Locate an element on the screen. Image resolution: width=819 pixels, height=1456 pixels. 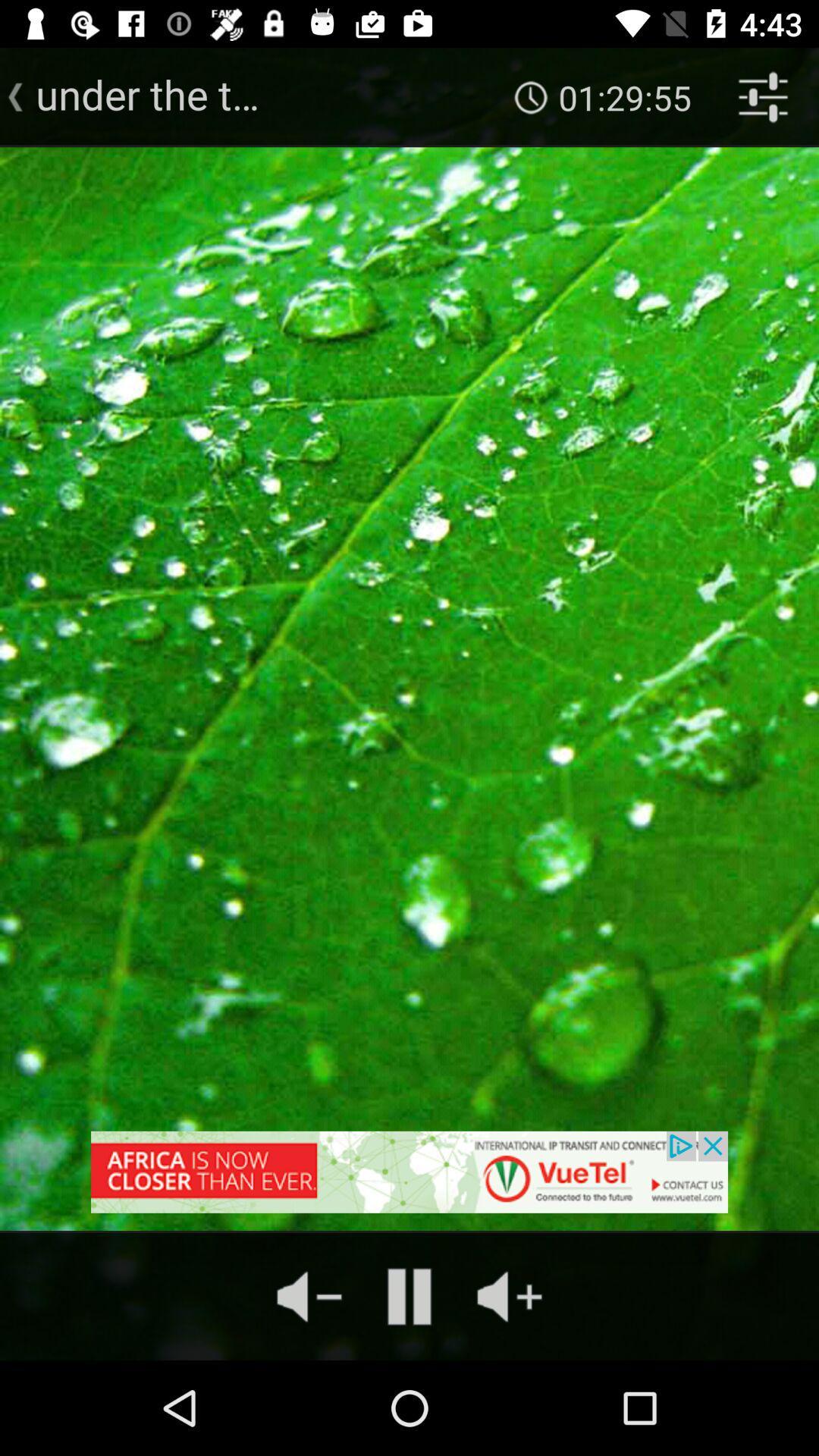
the sliders icon is located at coordinates (763, 96).